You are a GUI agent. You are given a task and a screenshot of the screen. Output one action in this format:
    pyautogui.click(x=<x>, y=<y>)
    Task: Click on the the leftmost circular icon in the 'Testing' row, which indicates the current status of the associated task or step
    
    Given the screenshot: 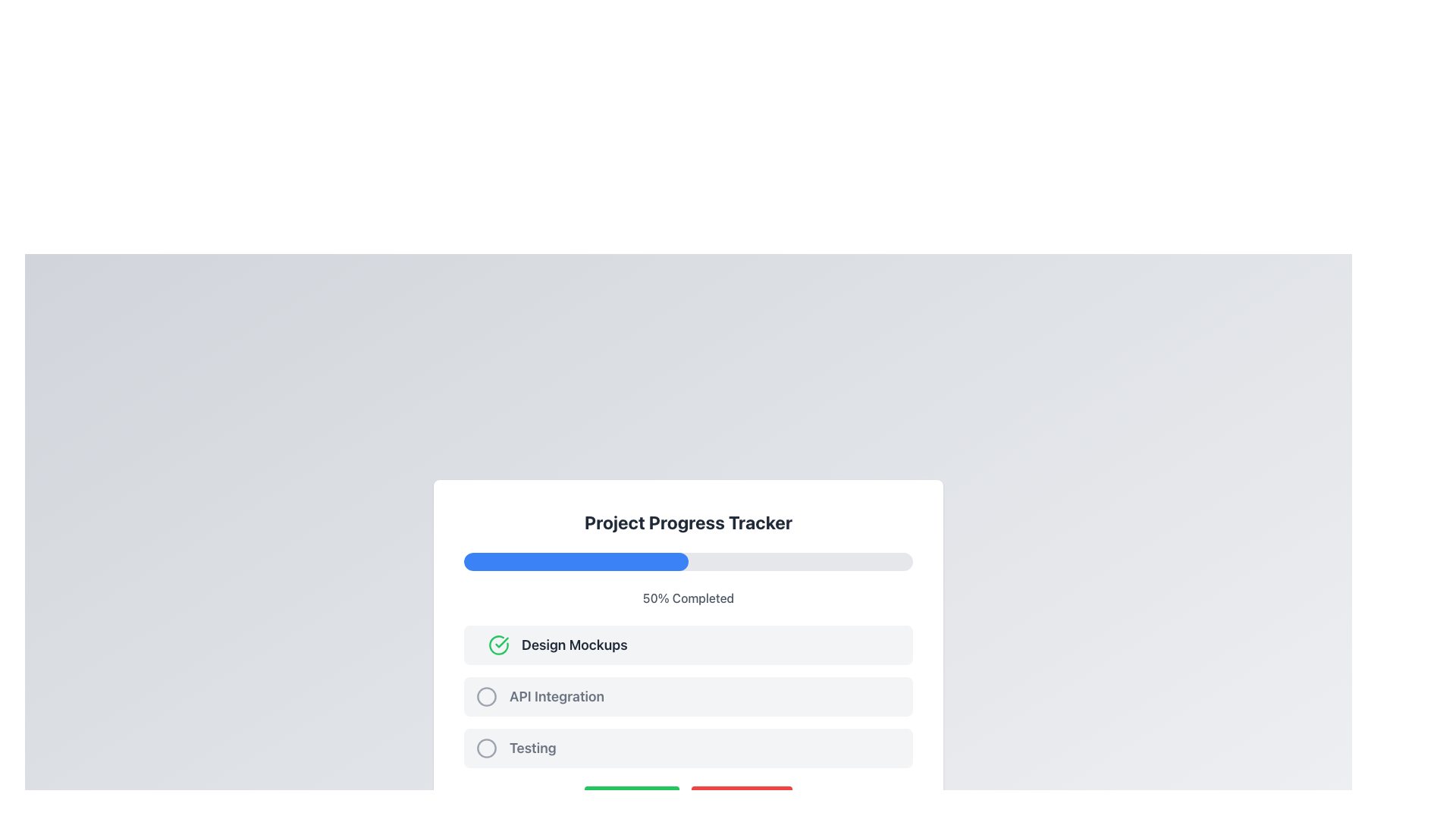 What is the action you would take?
    pyautogui.click(x=487, y=748)
    